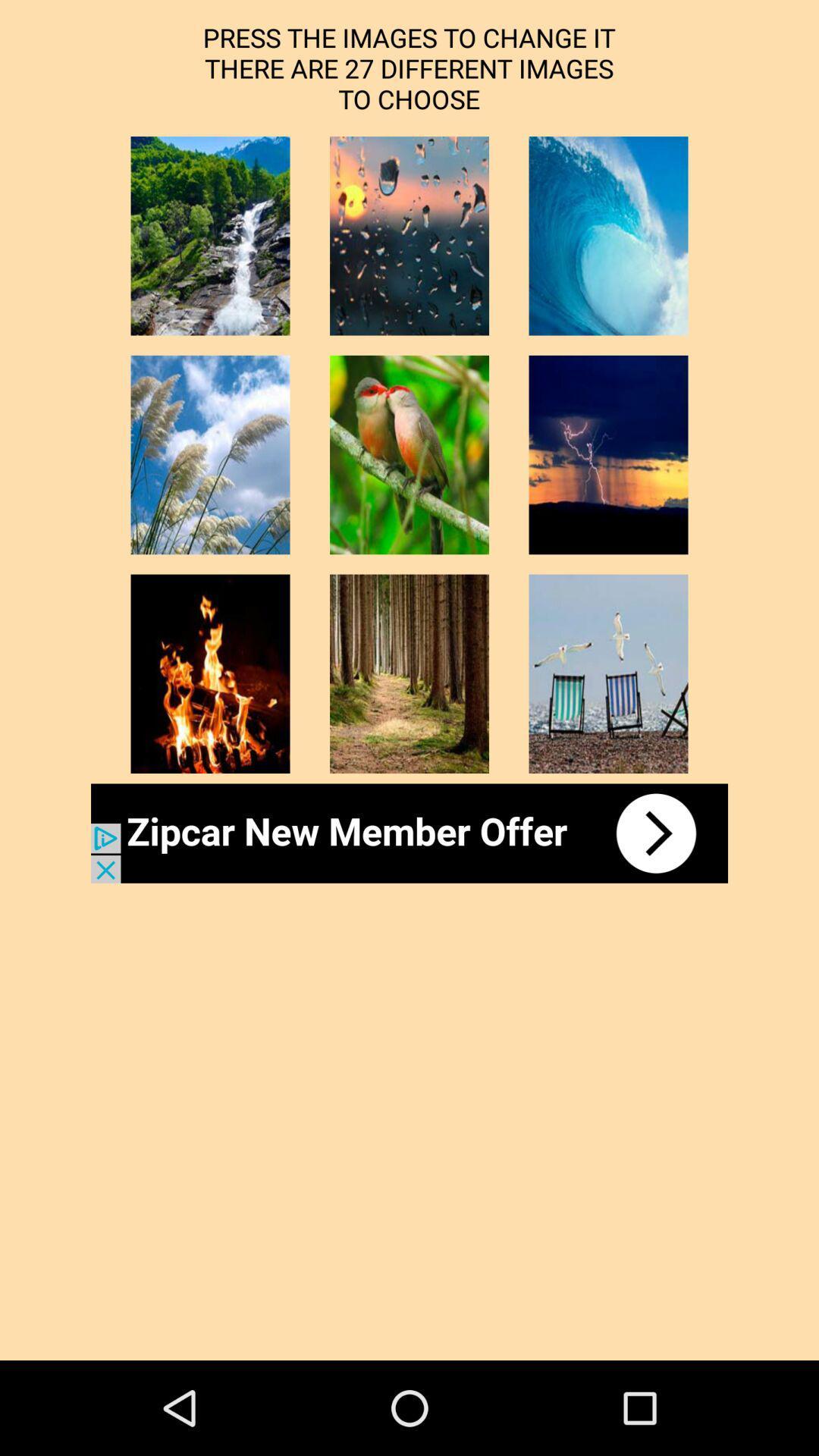  Describe the element at coordinates (607, 454) in the screenshot. I see `choose another image` at that location.